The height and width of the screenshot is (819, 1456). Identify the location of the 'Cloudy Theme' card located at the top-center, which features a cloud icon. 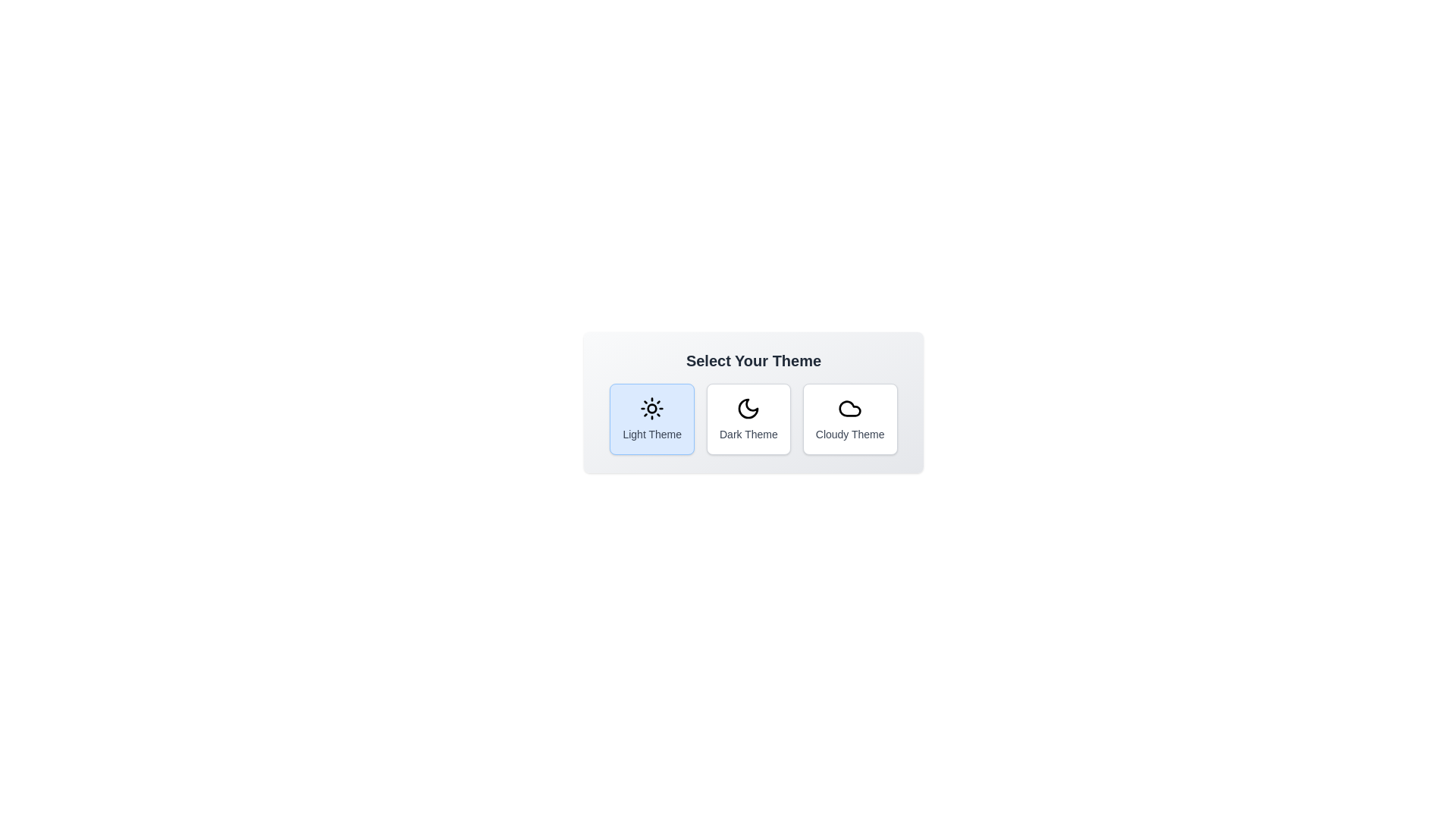
(850, 408).